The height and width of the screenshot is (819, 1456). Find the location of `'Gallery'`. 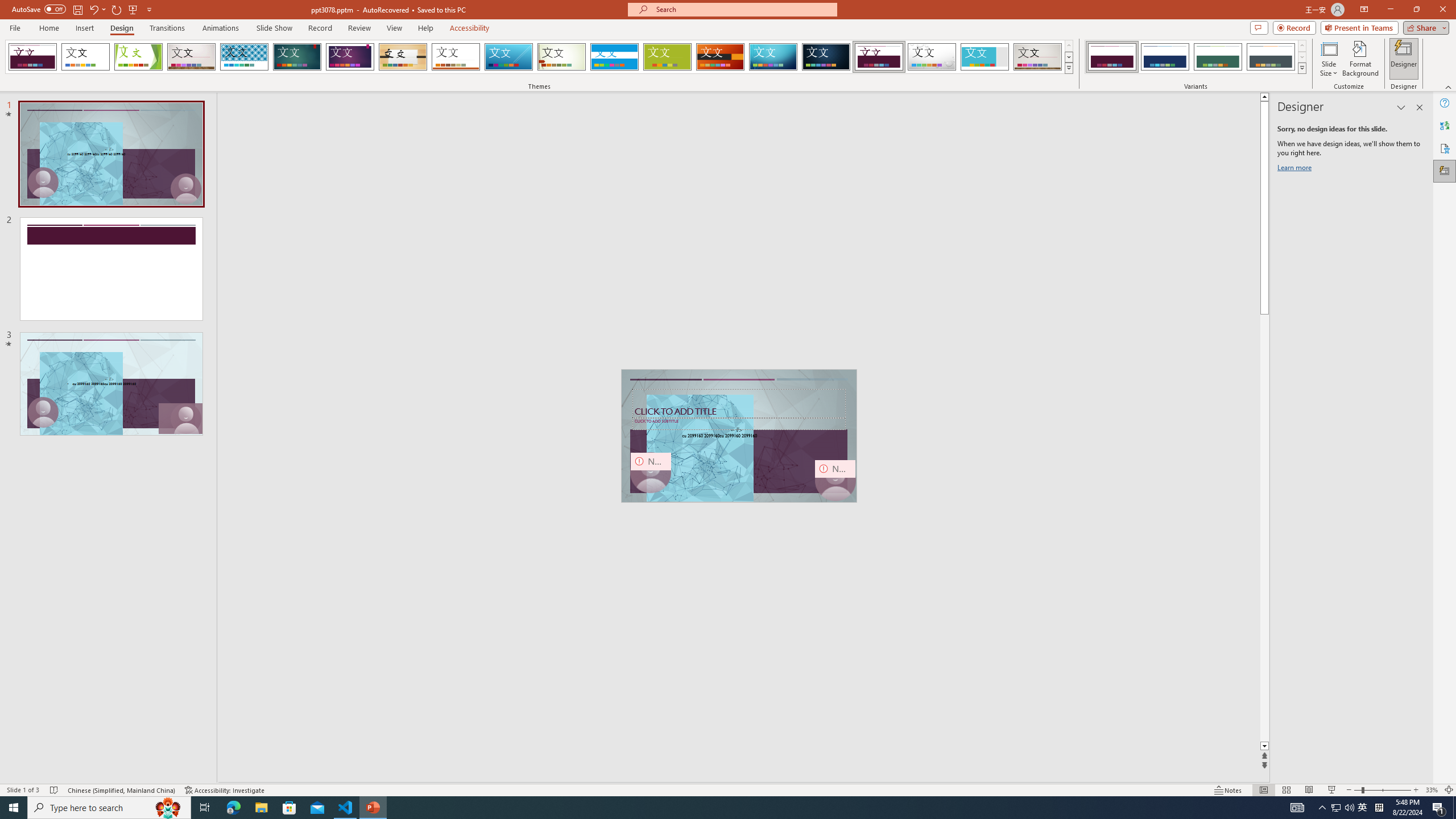

'Gallery' is located at coordinates (1038, 56).